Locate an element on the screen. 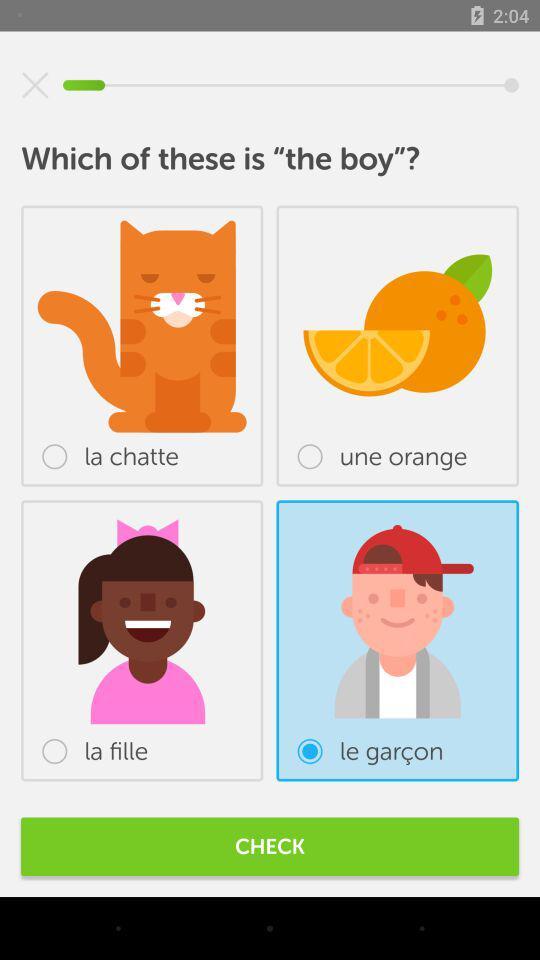 The image size is (540, 960). check item is located at coordinates (270, 845).